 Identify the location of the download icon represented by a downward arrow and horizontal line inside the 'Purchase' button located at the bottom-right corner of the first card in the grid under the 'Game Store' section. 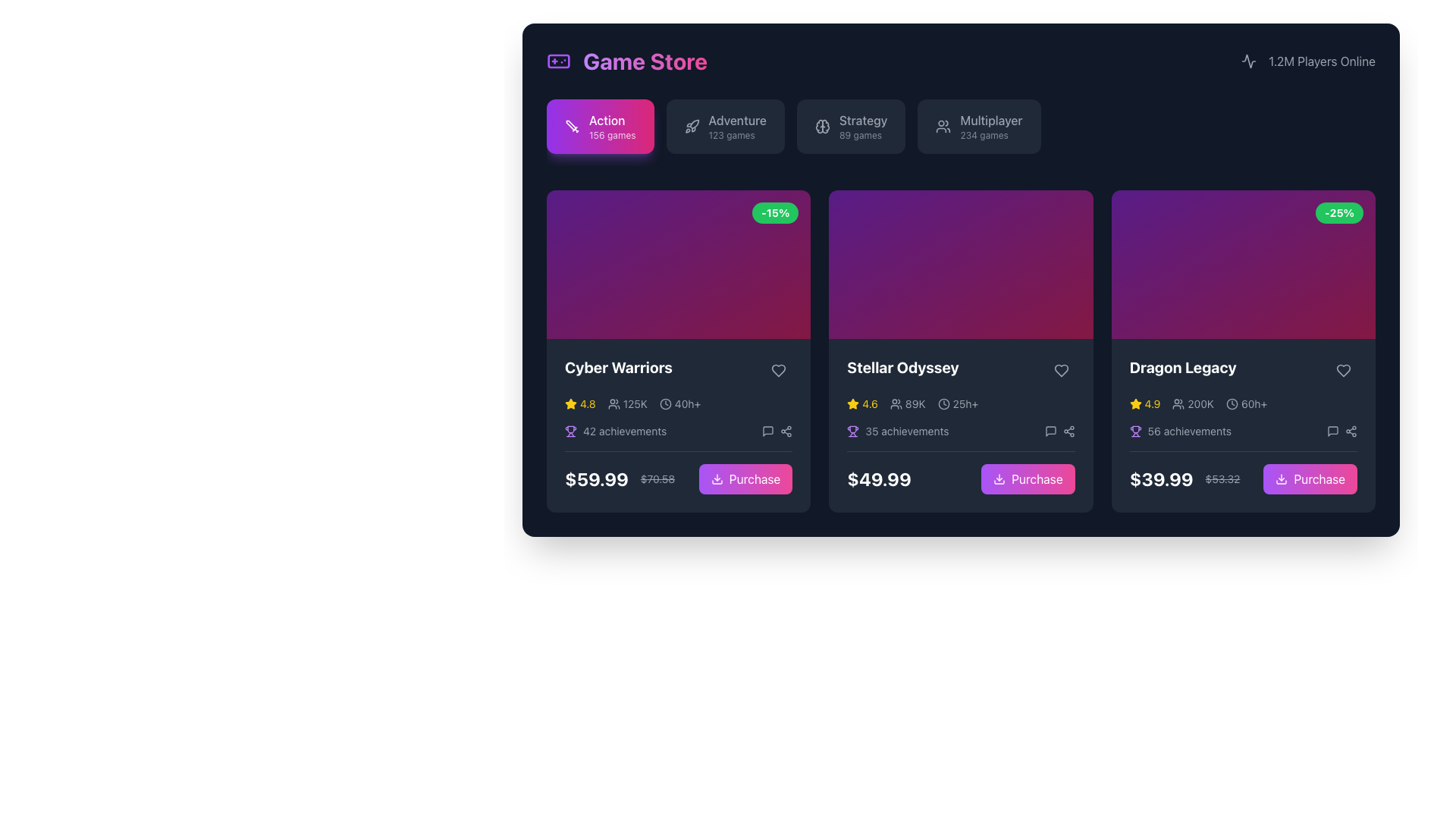
(716, 479).